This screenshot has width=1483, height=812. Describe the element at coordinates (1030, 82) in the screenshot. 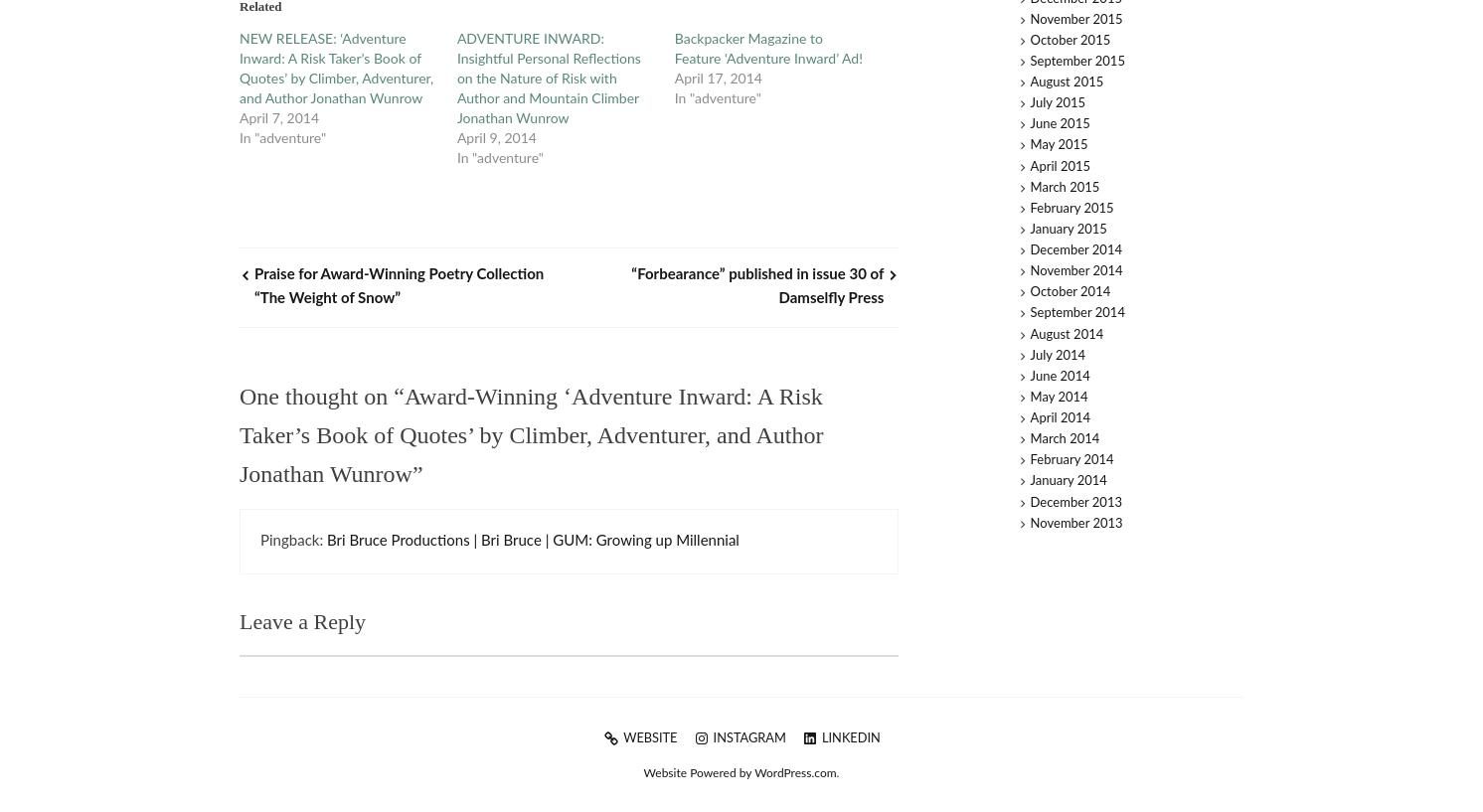

I see `'August 2015'` at that location.